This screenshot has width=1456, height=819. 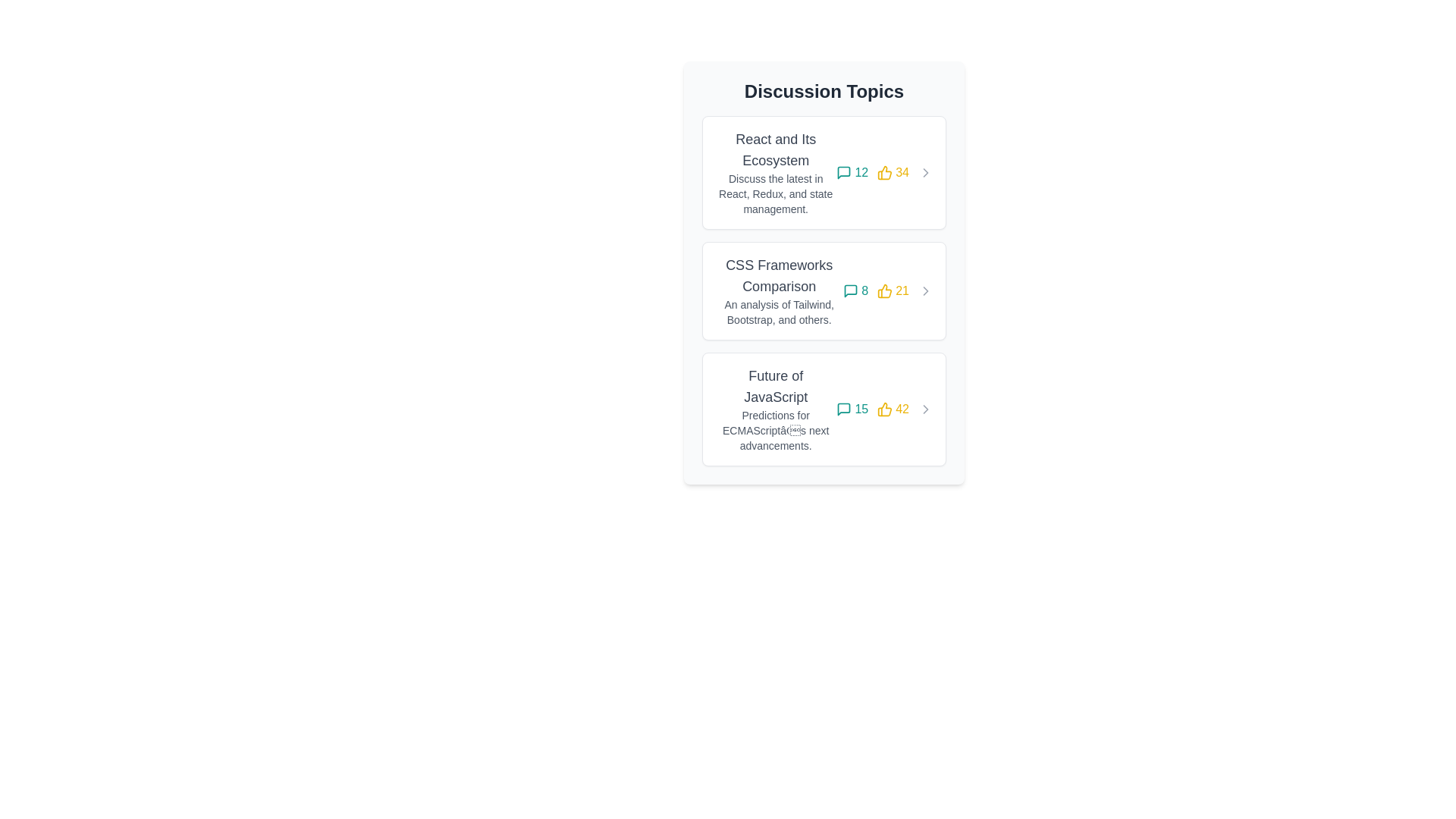 What do you see at coordinates (893, 409) in the screenshot?
I see `the text label displaying the count of positive reactions (likes) related to the topic 'Future of JavaScript', located at the far right of the card and immediately to the right of the thumbs-up icon` at bounding box center [893, 409].